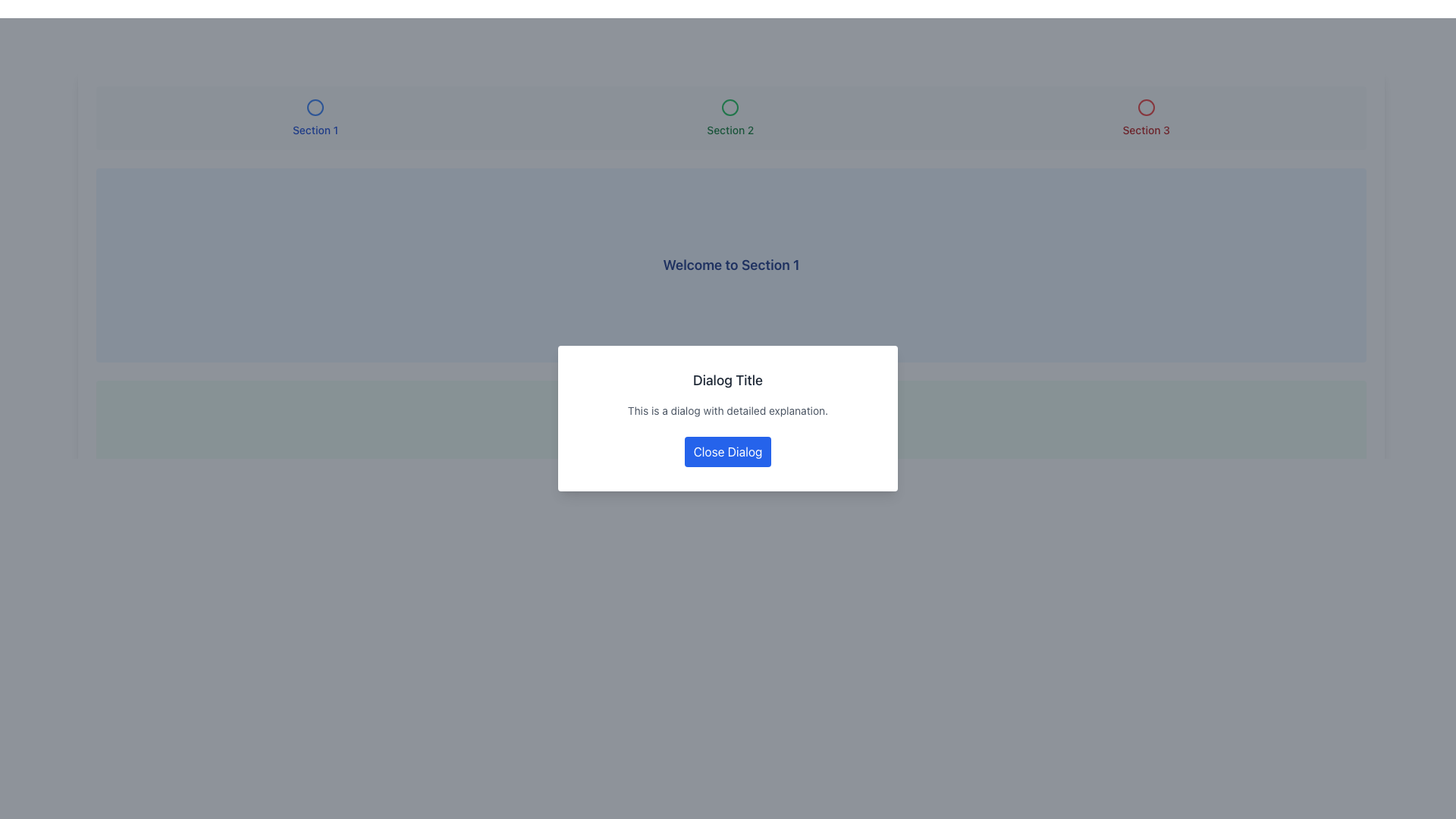 The height and width of the screenshot is (819, 1456). I want to click on the first hyperlink in the navigation group that links to 'Section 1' to trigger the hover effect, so click(315, 117).